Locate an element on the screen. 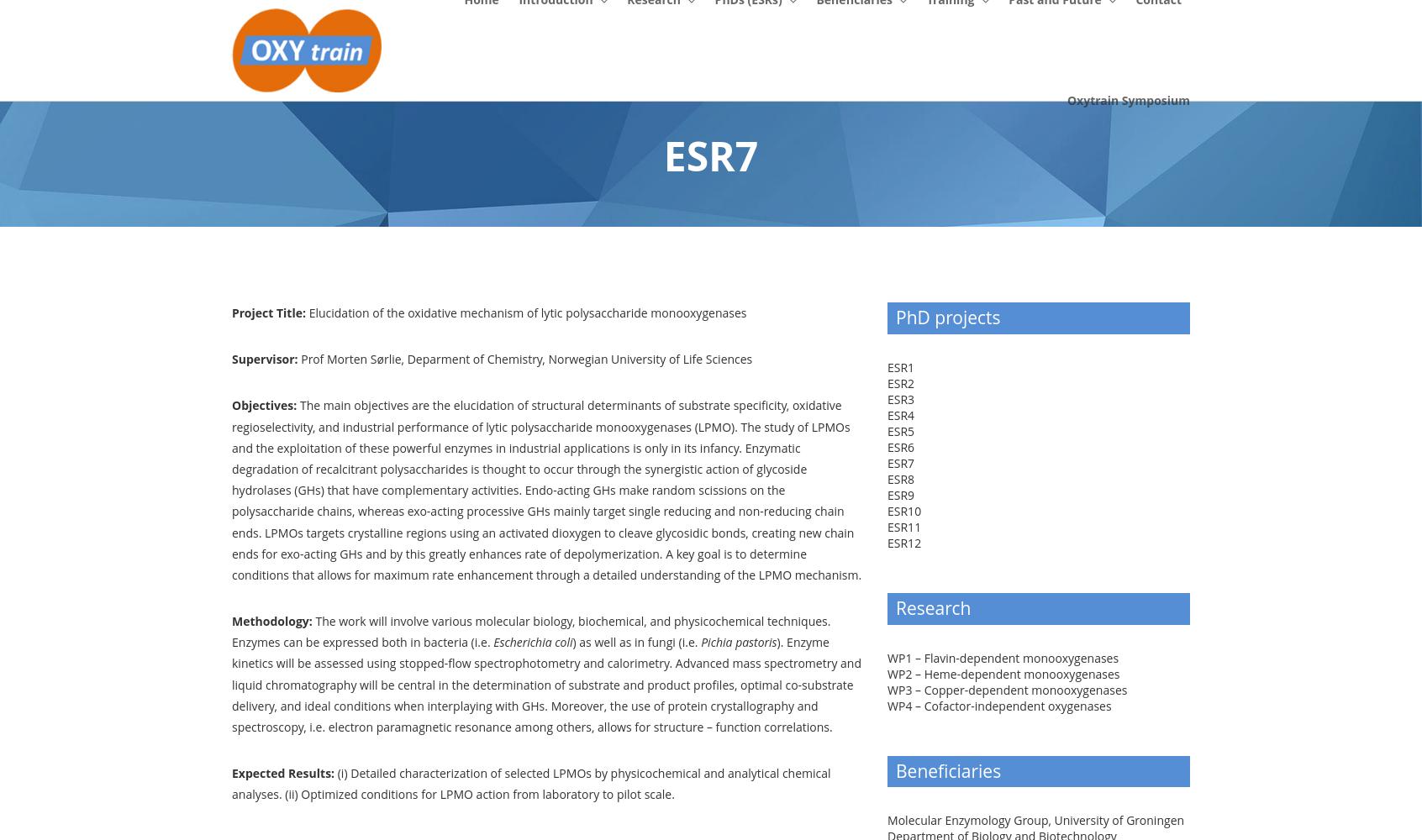 The height and width of the screenshot is (840, 1422). 'WP3 – Copper-dependent monooxygenases' is located at coordinates (1006, 688).